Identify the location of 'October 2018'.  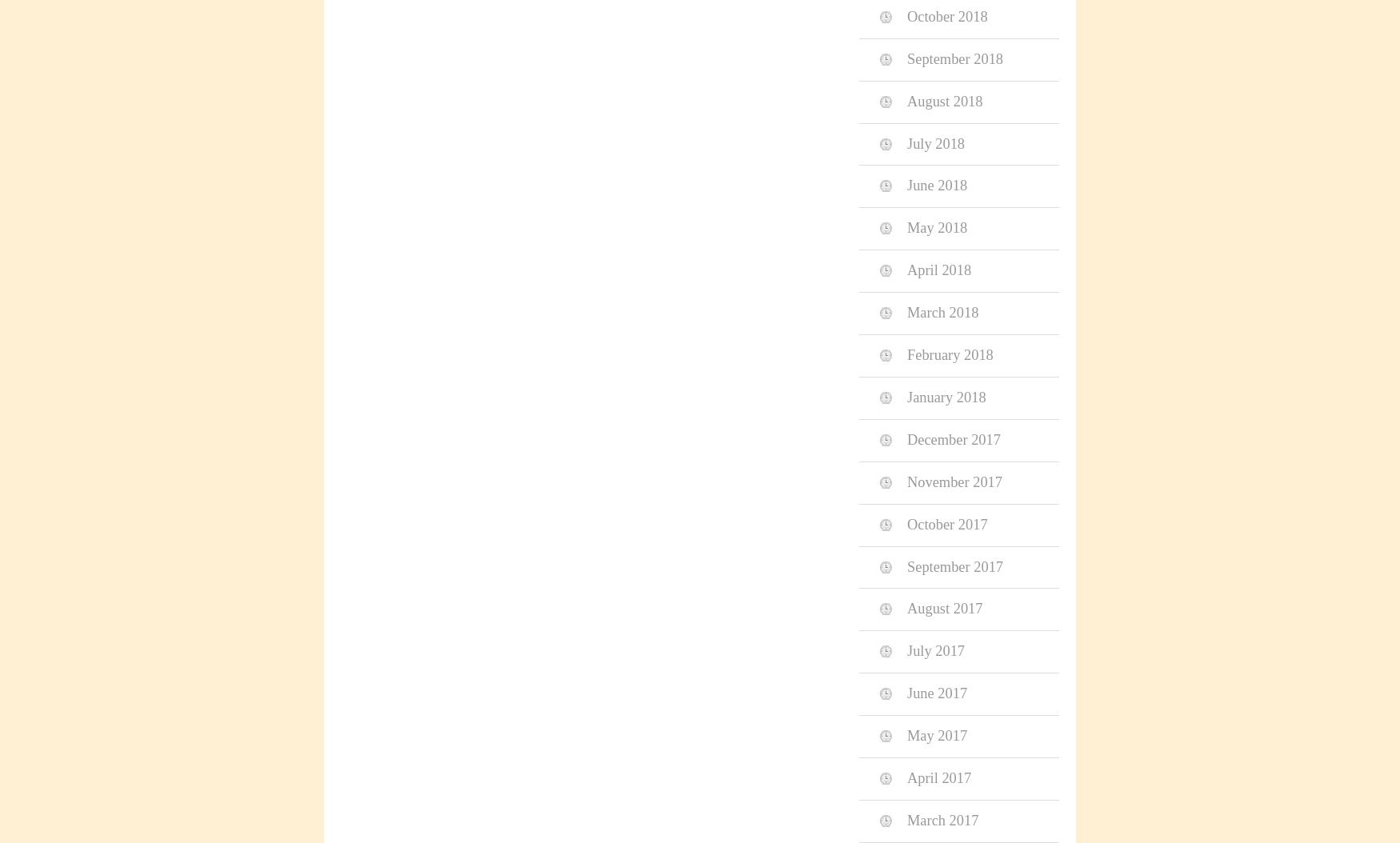
(946, 16).